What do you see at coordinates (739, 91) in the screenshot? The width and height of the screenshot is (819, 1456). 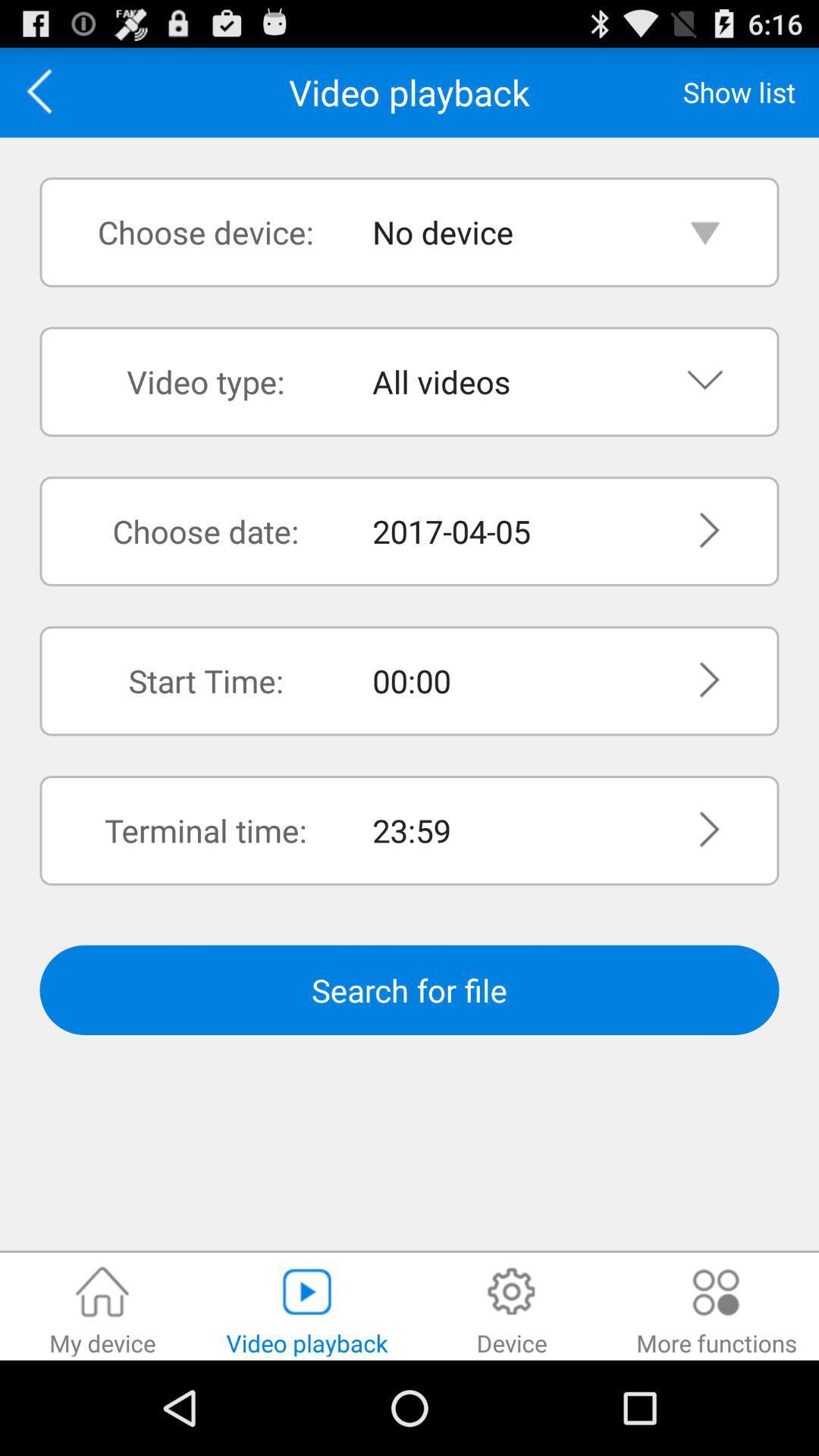 I see `show list item` at bounding box center [739, 91].